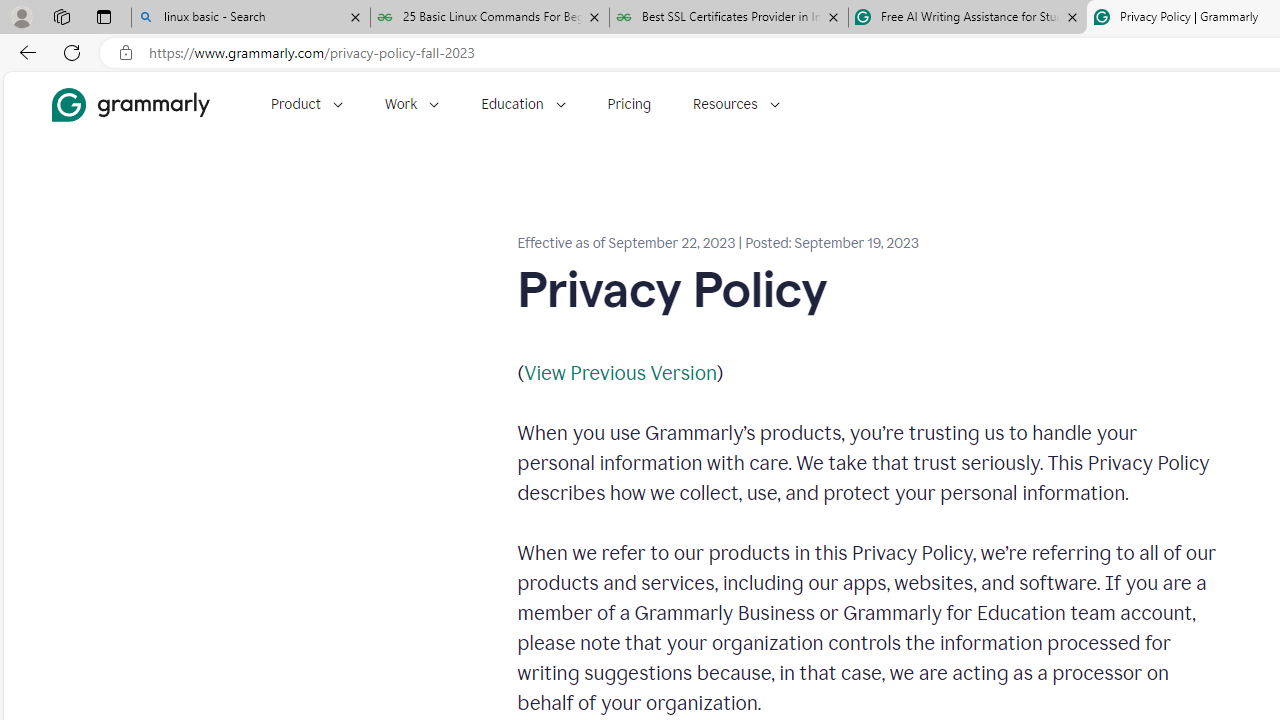  Describe the element at coordinates (523, 104) in the screenshot. I see `'Education'` at that location.